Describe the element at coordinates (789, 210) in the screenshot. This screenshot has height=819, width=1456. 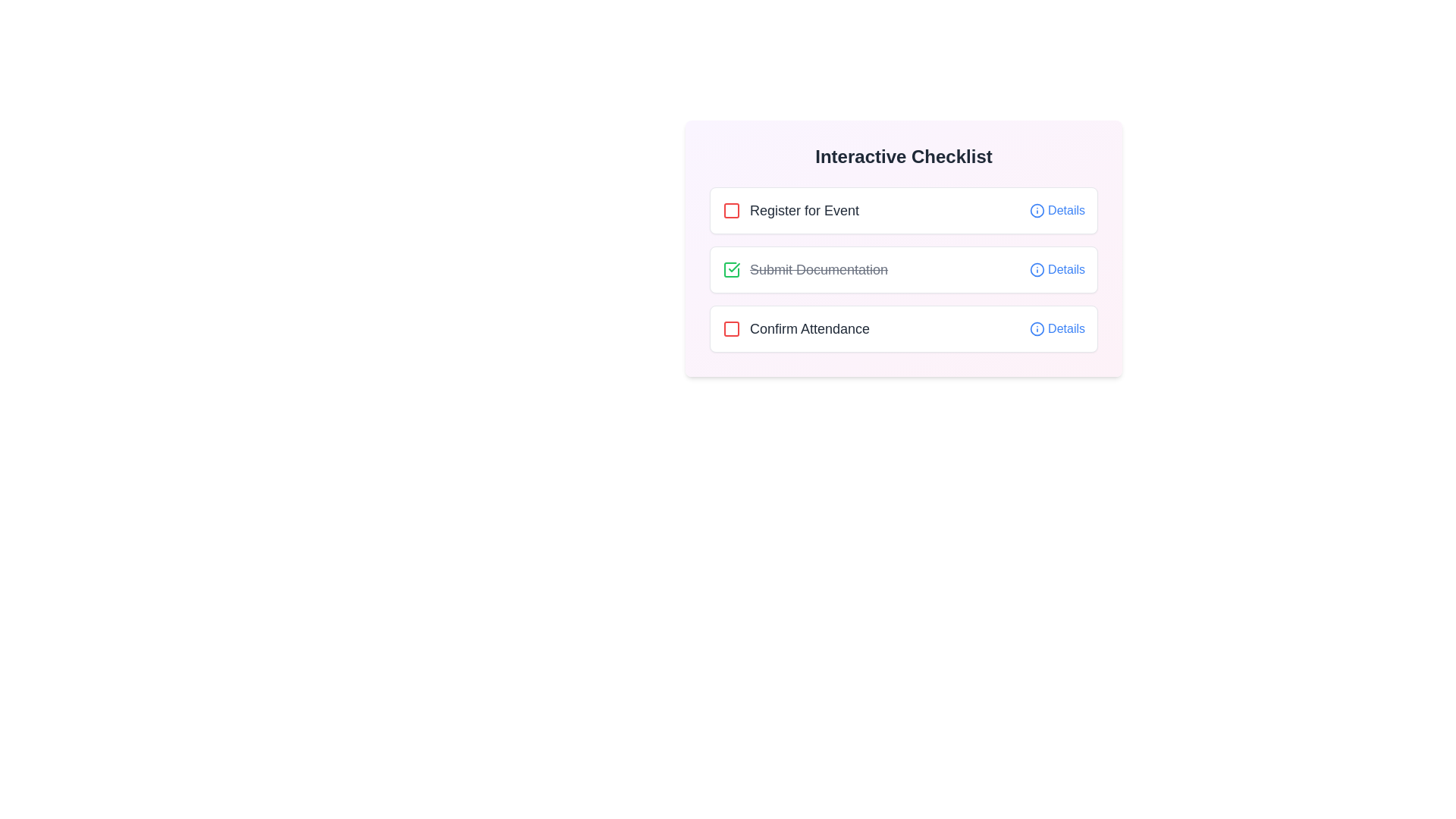
I see `on the text description of the first checklist item, 'Register for Event,'` at that location.